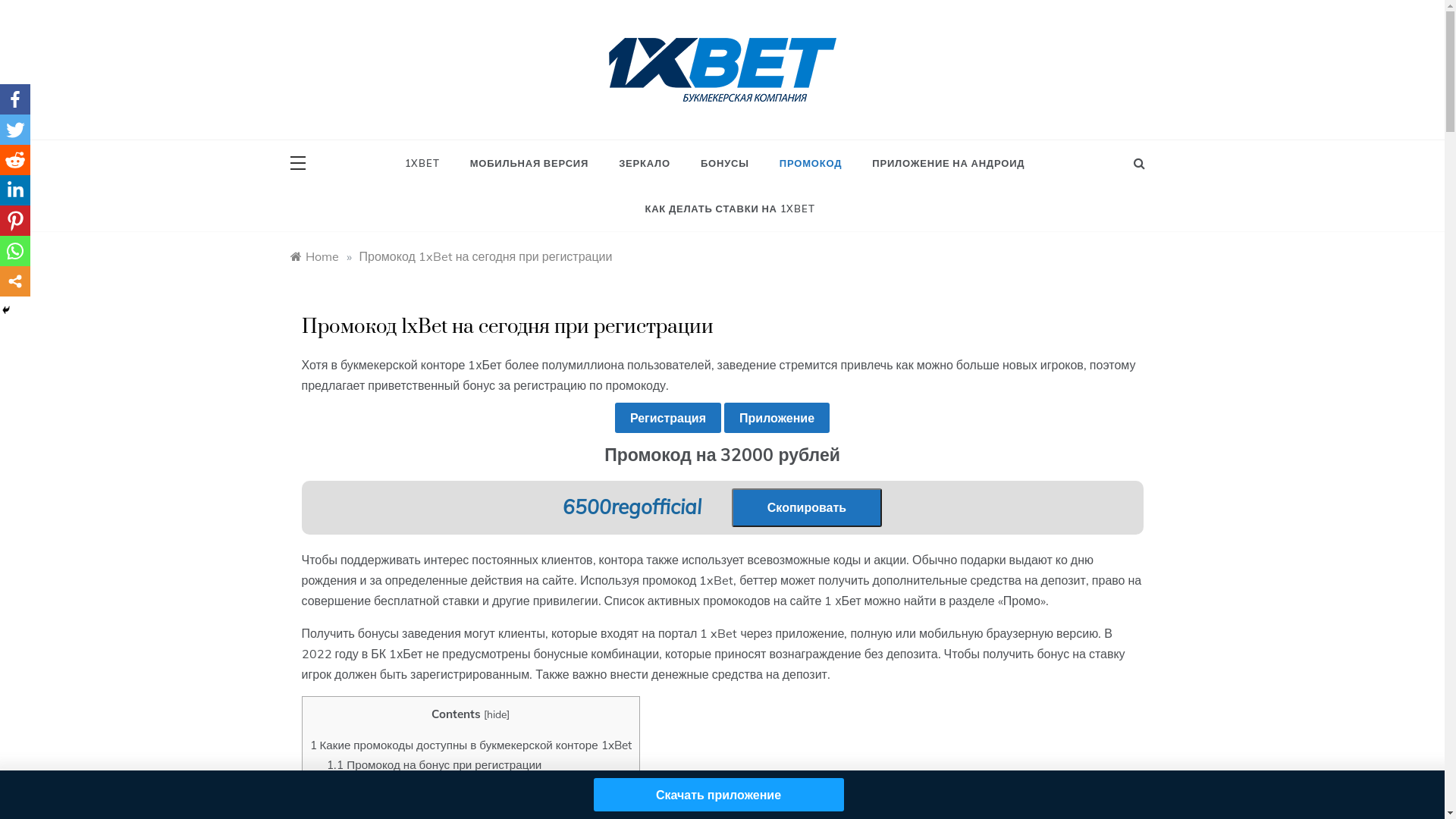 This screenshot has height=819, width=1456. I want to click on '1xbet', so click(635, 115).